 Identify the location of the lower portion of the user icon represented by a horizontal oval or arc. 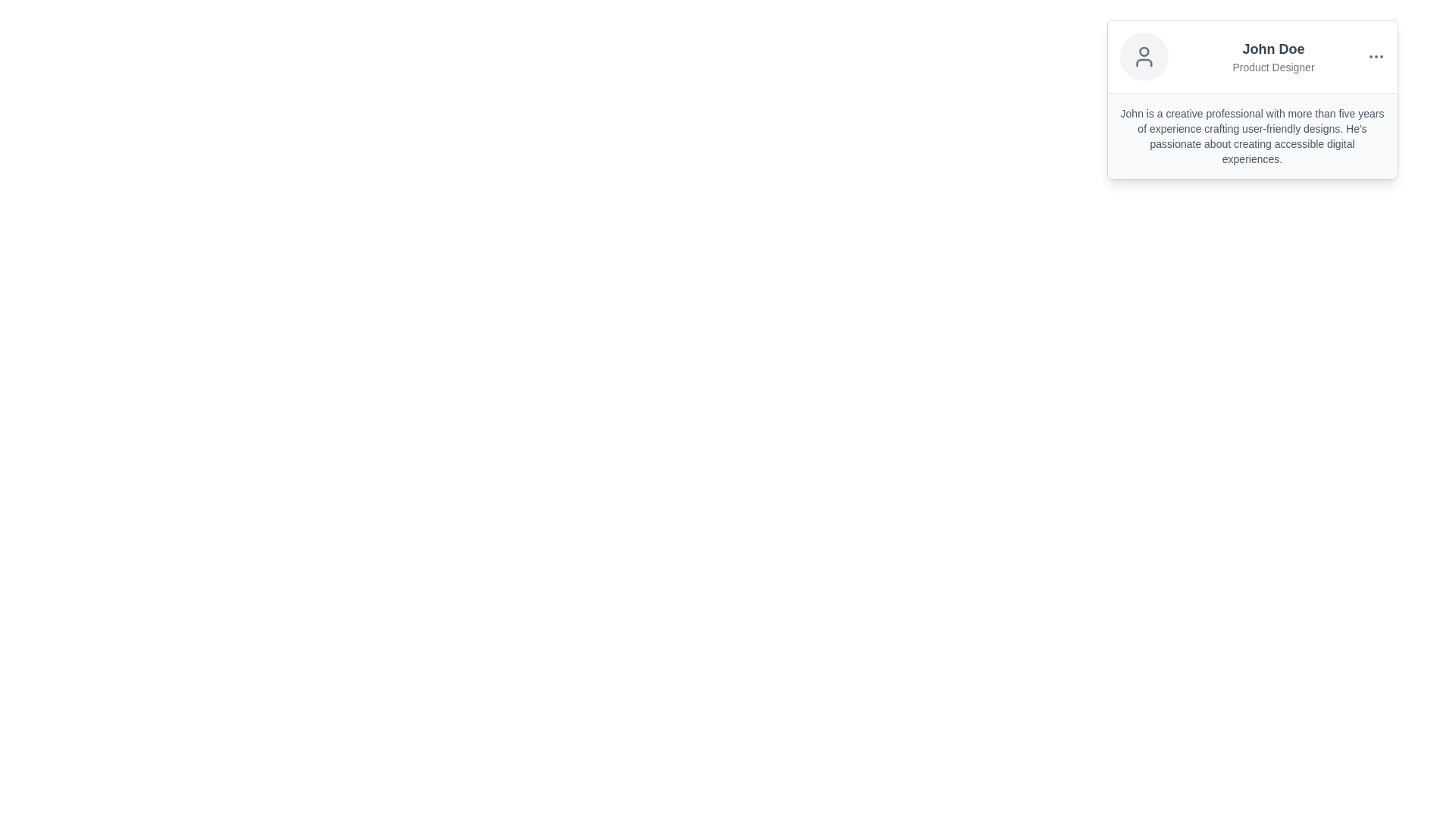
(1144, 62).